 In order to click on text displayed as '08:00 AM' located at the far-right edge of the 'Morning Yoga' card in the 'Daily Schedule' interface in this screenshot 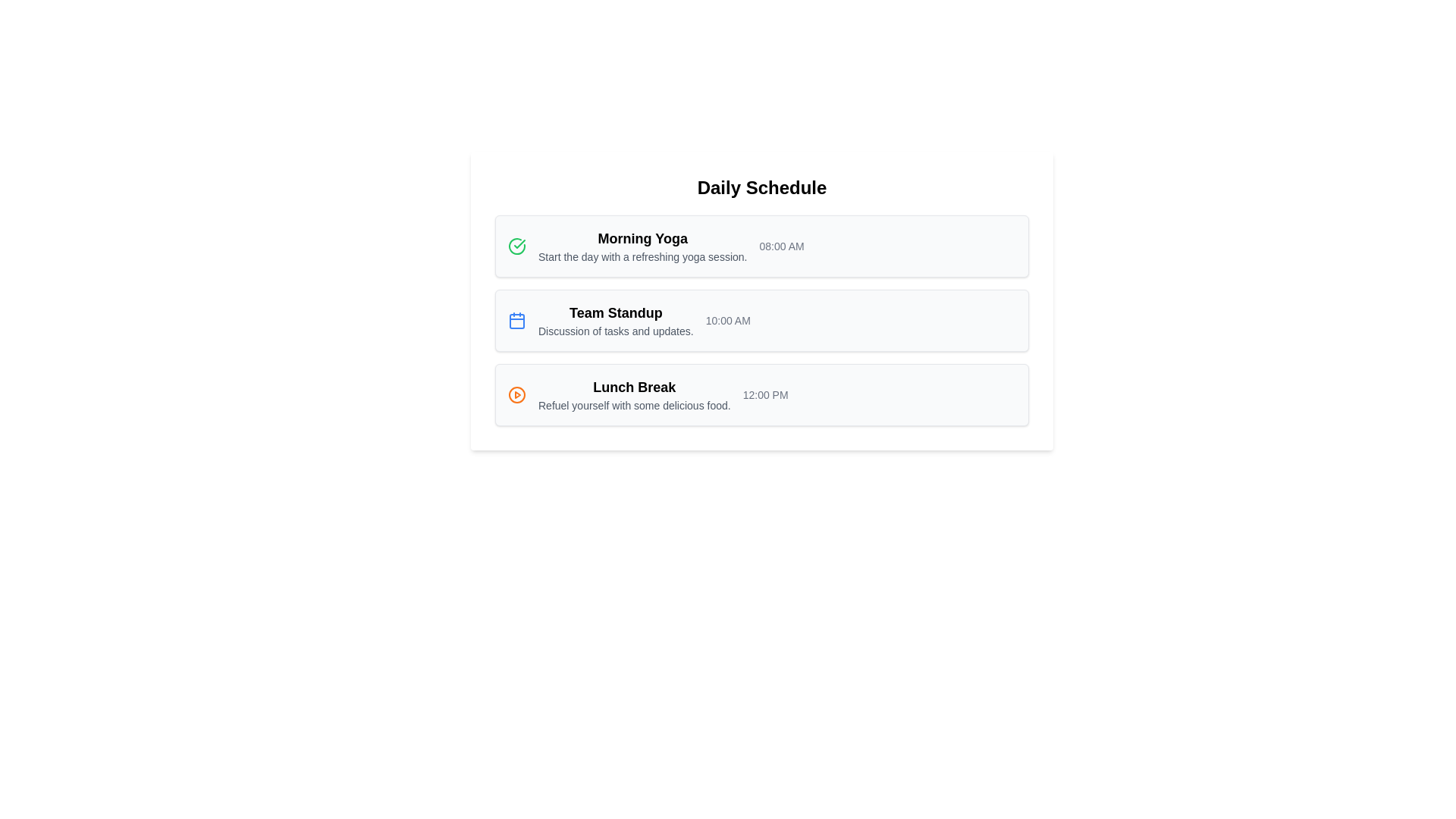, I will do `click(782, 245)`.